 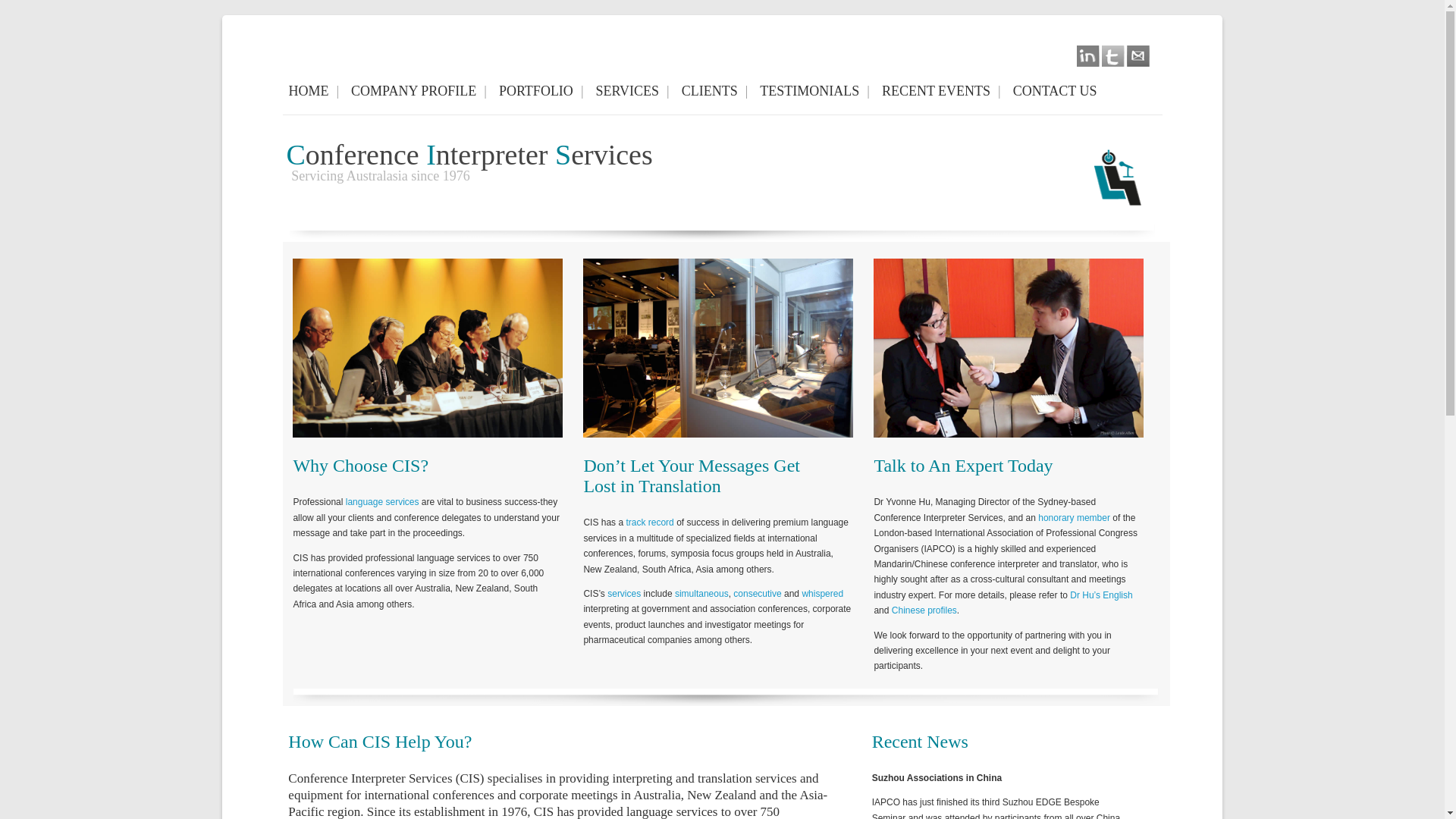 I want to click on 'E-mail', so click(x=1127, y=55).